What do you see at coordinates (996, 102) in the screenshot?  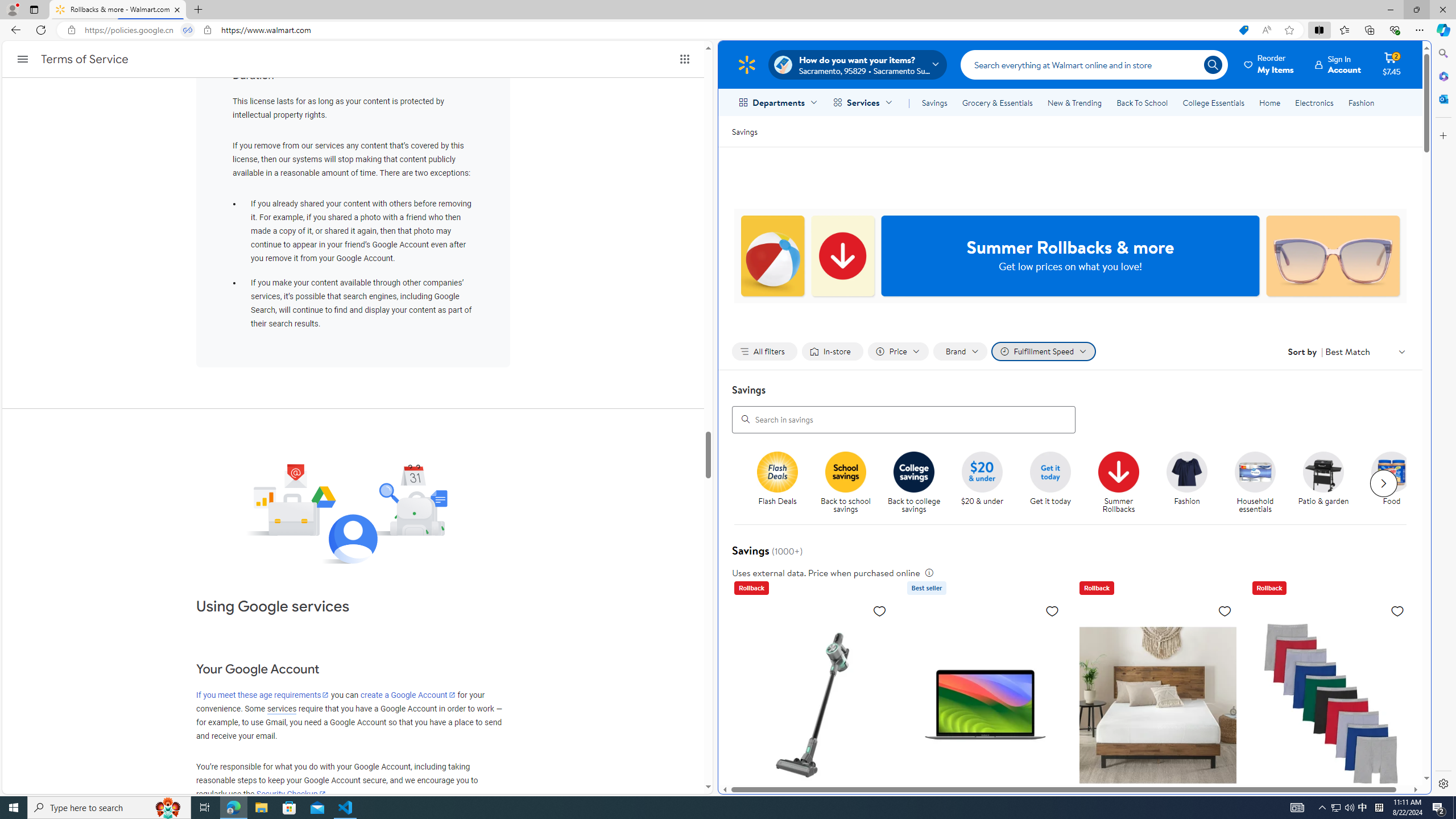 I see `'Grocery & Essentials'` at bounding box center [996, 102].